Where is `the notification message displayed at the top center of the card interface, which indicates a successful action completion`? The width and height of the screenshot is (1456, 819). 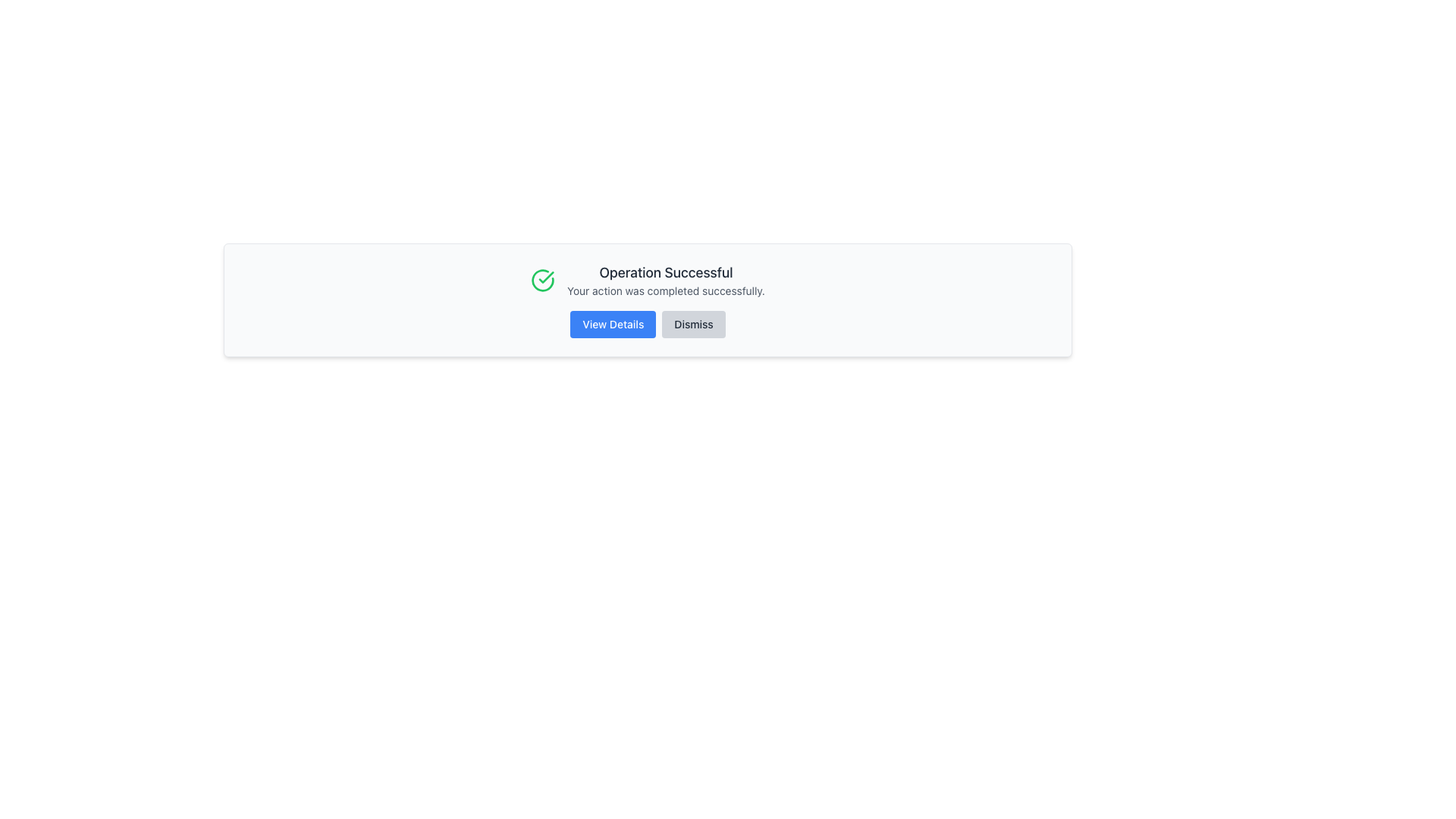 the notification message displayed at the top center of the card interface, which indicates a successful action completion is located at coordinates (648, 281).